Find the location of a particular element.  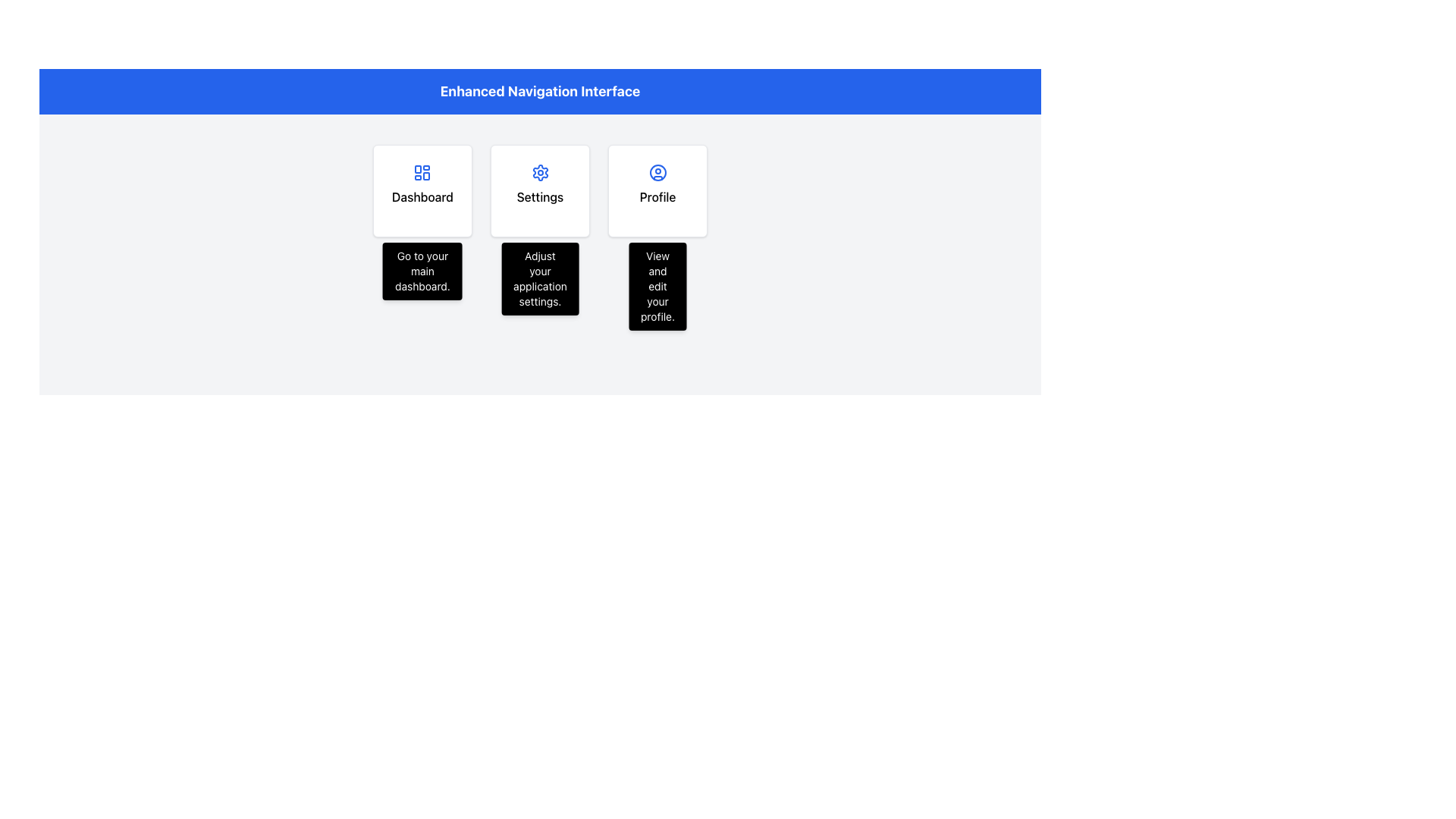

the small rectangular icon with rounded corners, styled with a blue outline and transparent fill, located in the bottom-right quadrant of the Dashboard section's grid layout is located at coordinates (425, 175).